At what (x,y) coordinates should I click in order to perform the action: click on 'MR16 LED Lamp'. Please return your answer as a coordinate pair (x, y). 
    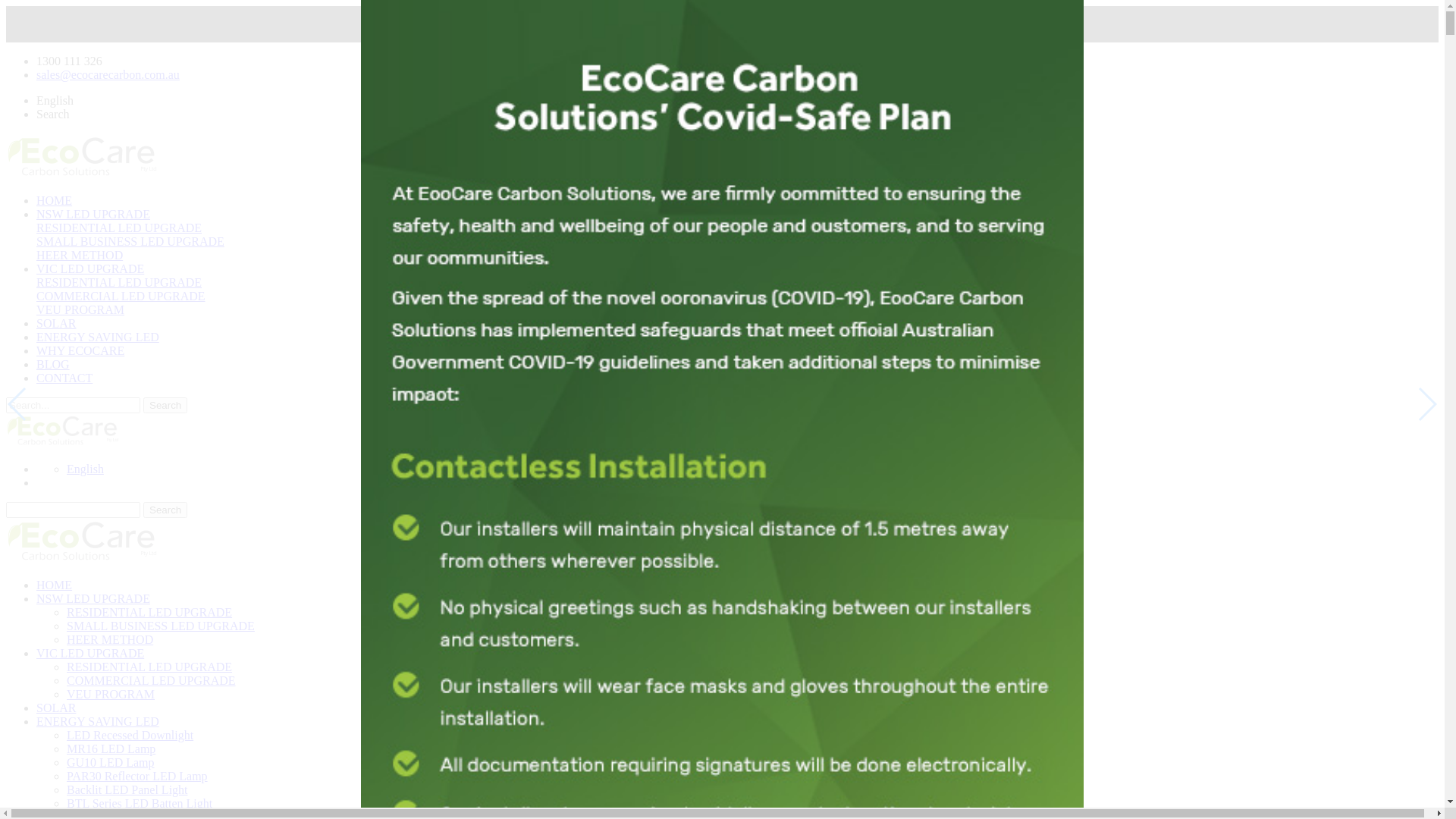
    Looking at the image, I should click on (110, 748).